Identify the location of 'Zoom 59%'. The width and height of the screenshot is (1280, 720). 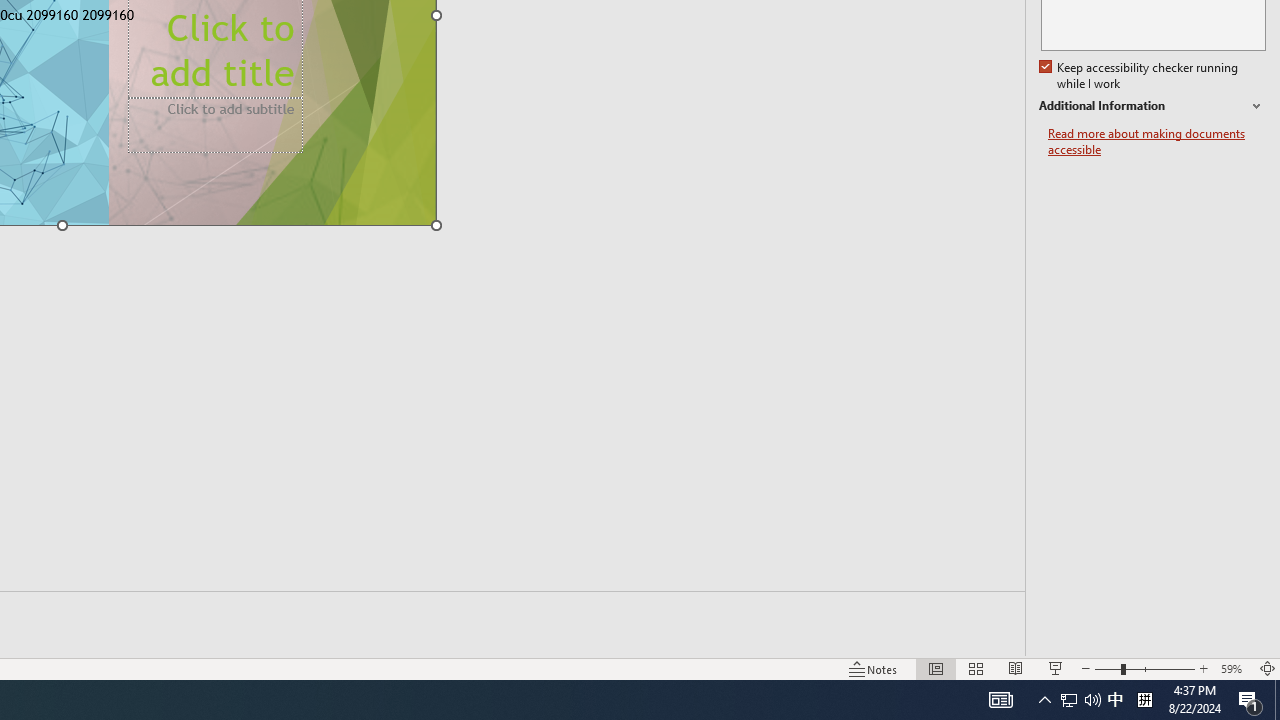
(1233, 669).